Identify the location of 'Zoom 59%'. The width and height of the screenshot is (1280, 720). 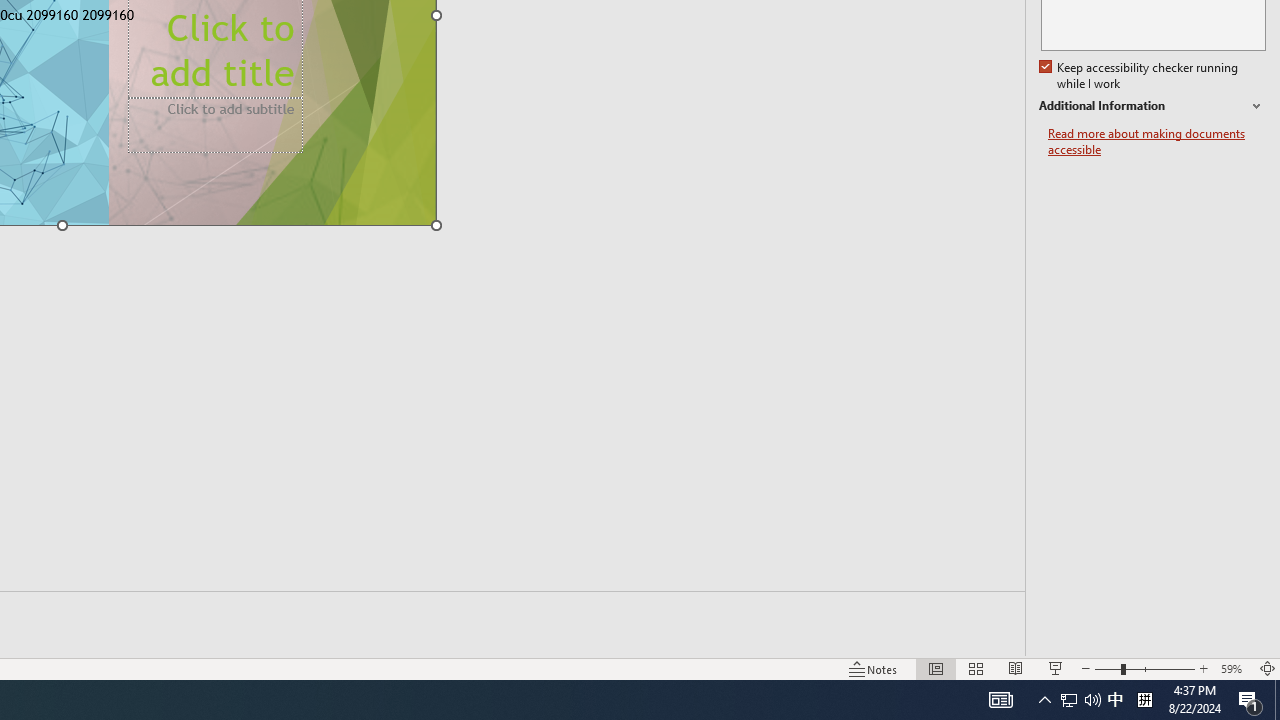
(1233, 669).